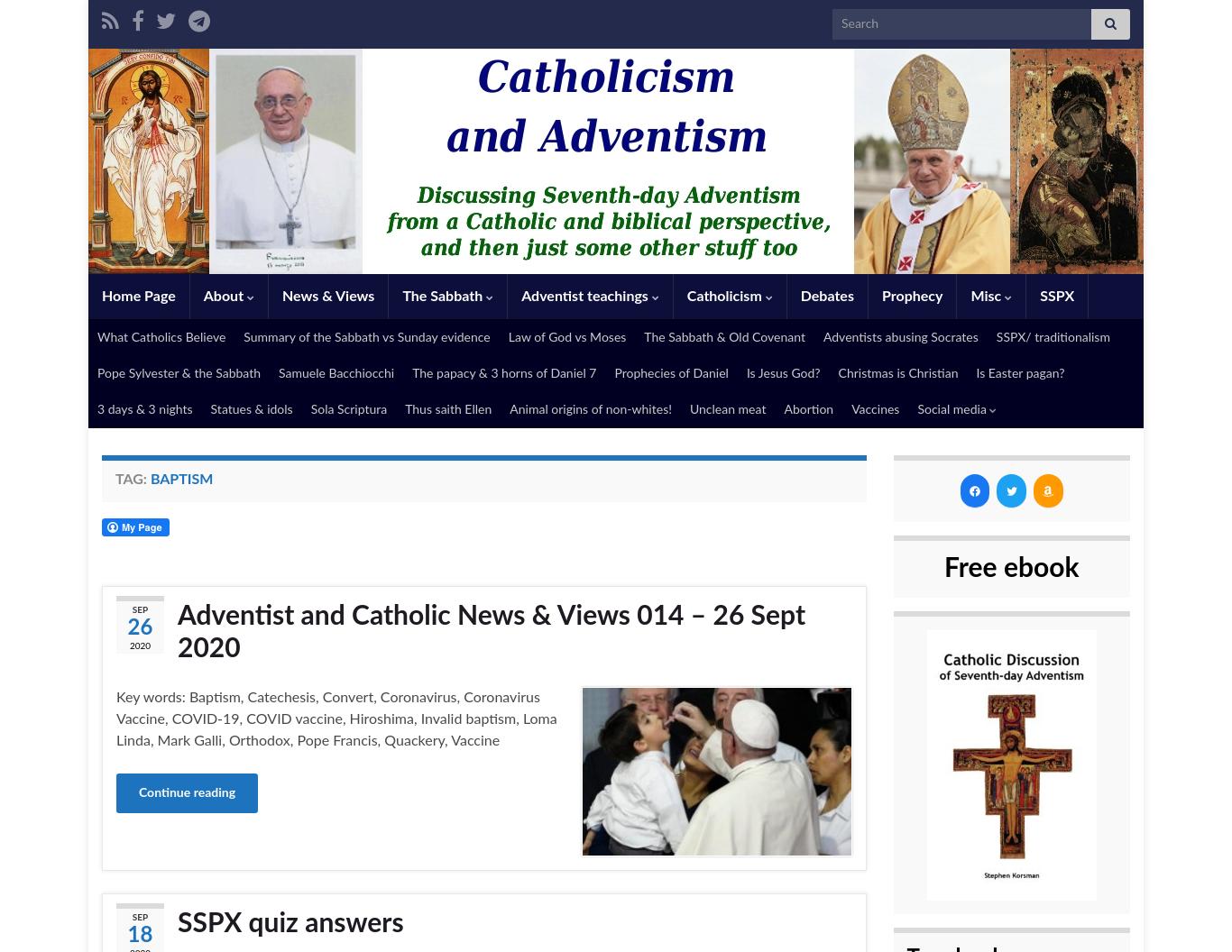  I want to click on 'Key words: Baptism, Catechesis, Convert, Coronavirus, Coronavirus Vaccine, COVID-19, COVID vaccine, Hiroshima, Invalid baptism, Loma Linda, Mark Galli, Orthodox, Pope Francis, Quackery, Vaccine', so click(336, 718).